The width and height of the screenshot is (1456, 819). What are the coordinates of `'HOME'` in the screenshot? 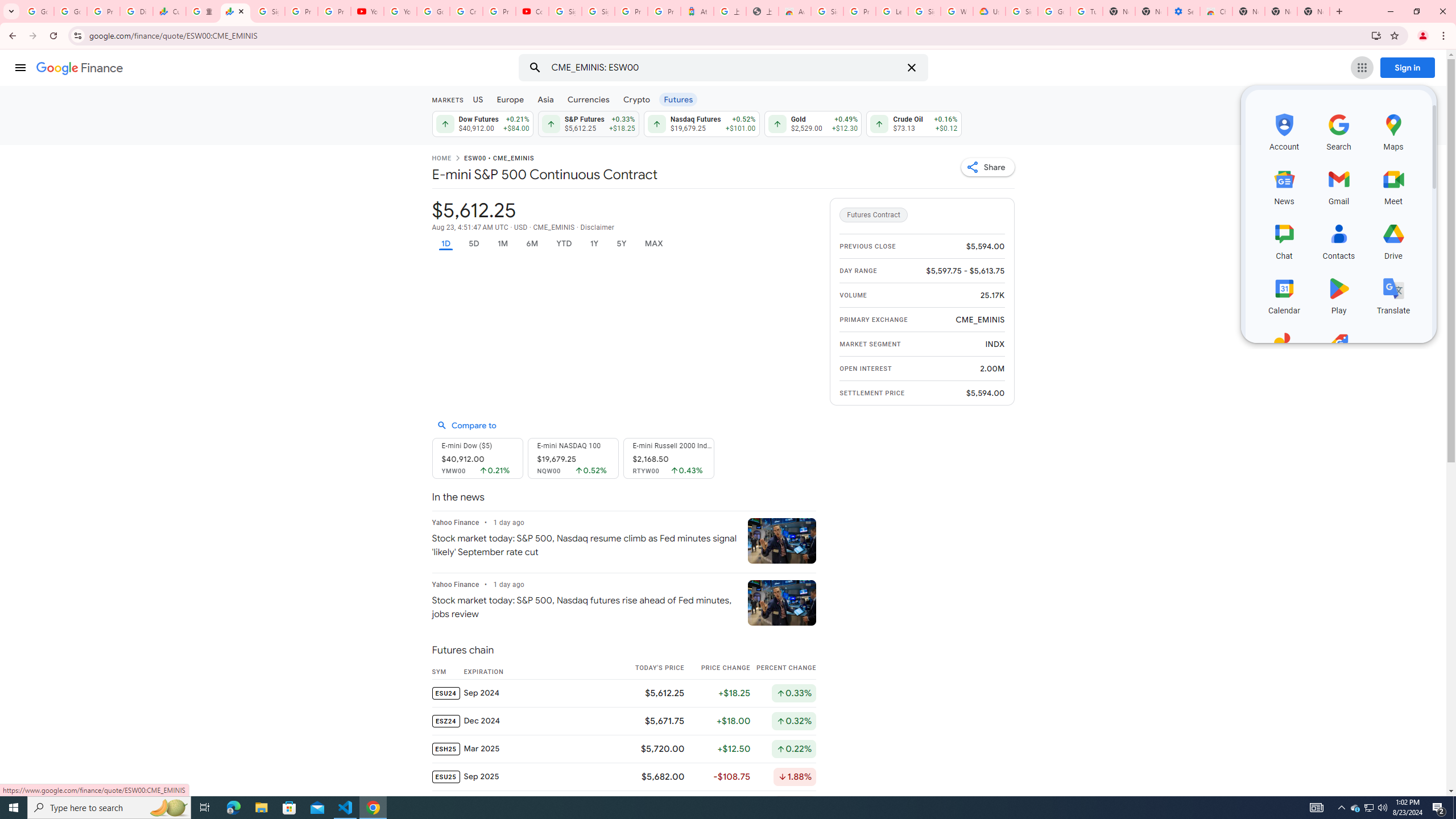 It's located at (440, 159).